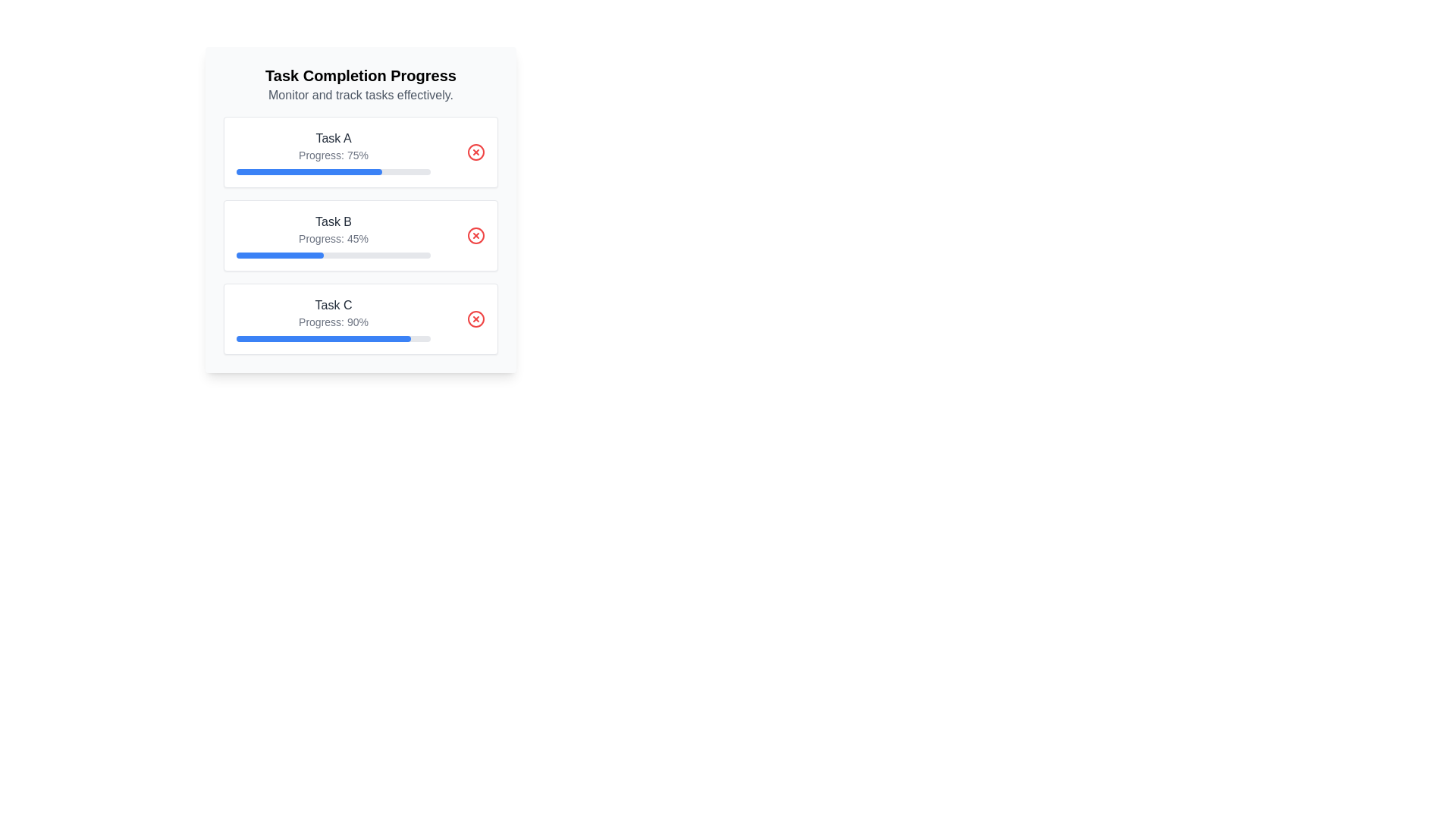 This screenshot has width=1456, height=819. Describe the element at coordinates (280, 254) in the screenshot. I see `the blue progress bar with rounded edges that represents task progress in the second task component block (Task B)` at that location.